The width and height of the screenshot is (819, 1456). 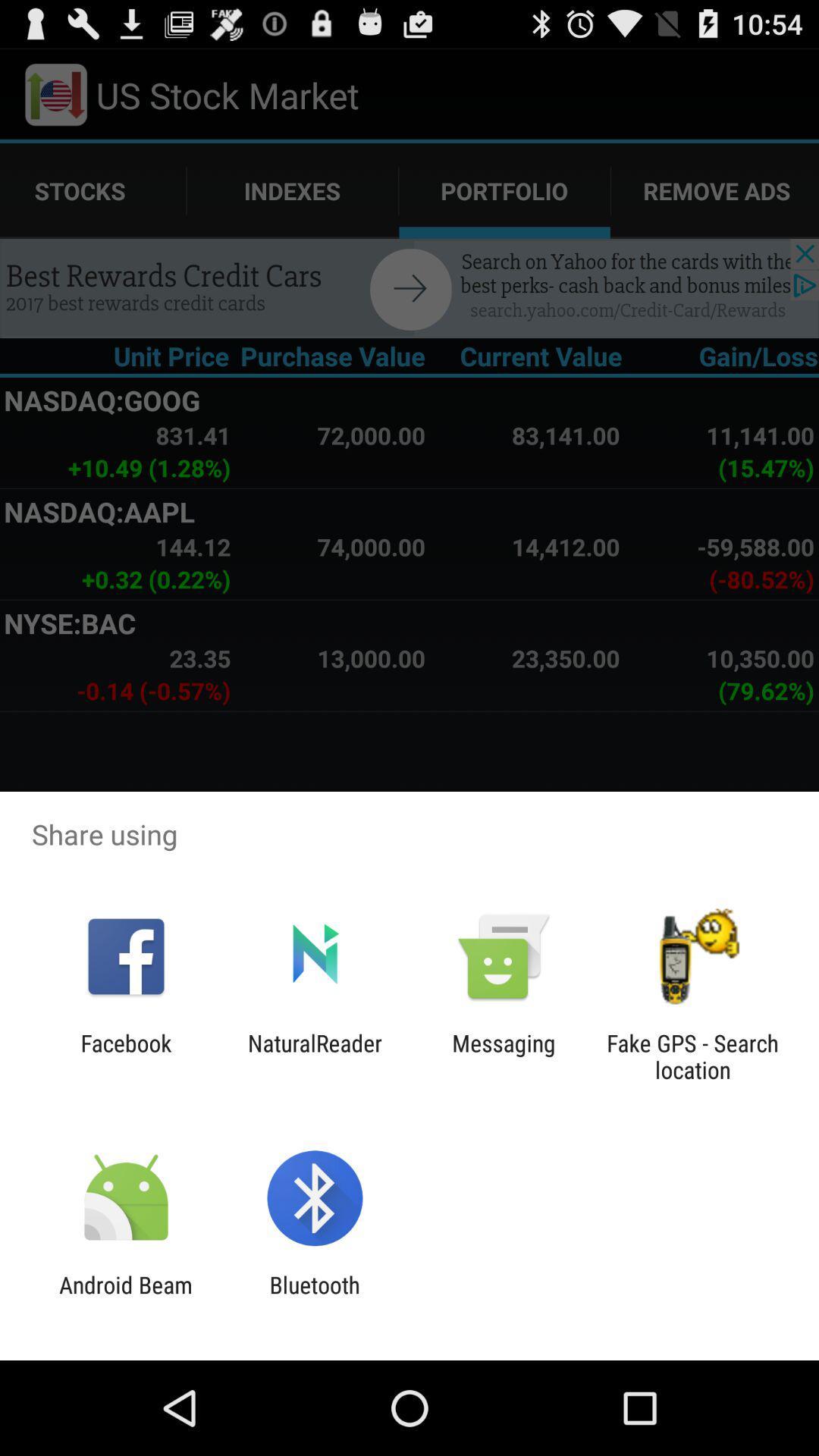 What do you see at coordinates (125, 1298) in the screenshot?
I see `android beam app` at bounding box center [125, 1298].